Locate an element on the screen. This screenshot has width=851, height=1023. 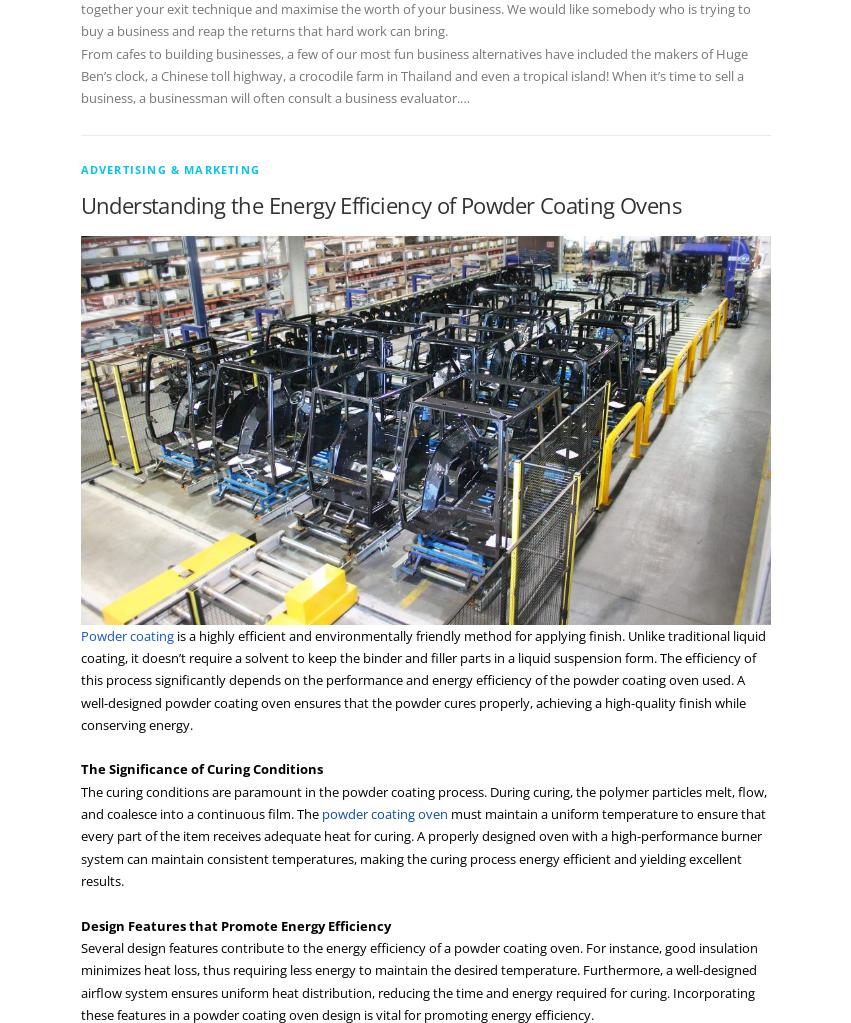
'The Significance of Curing Conditions' is located at coordinates (201, 767).